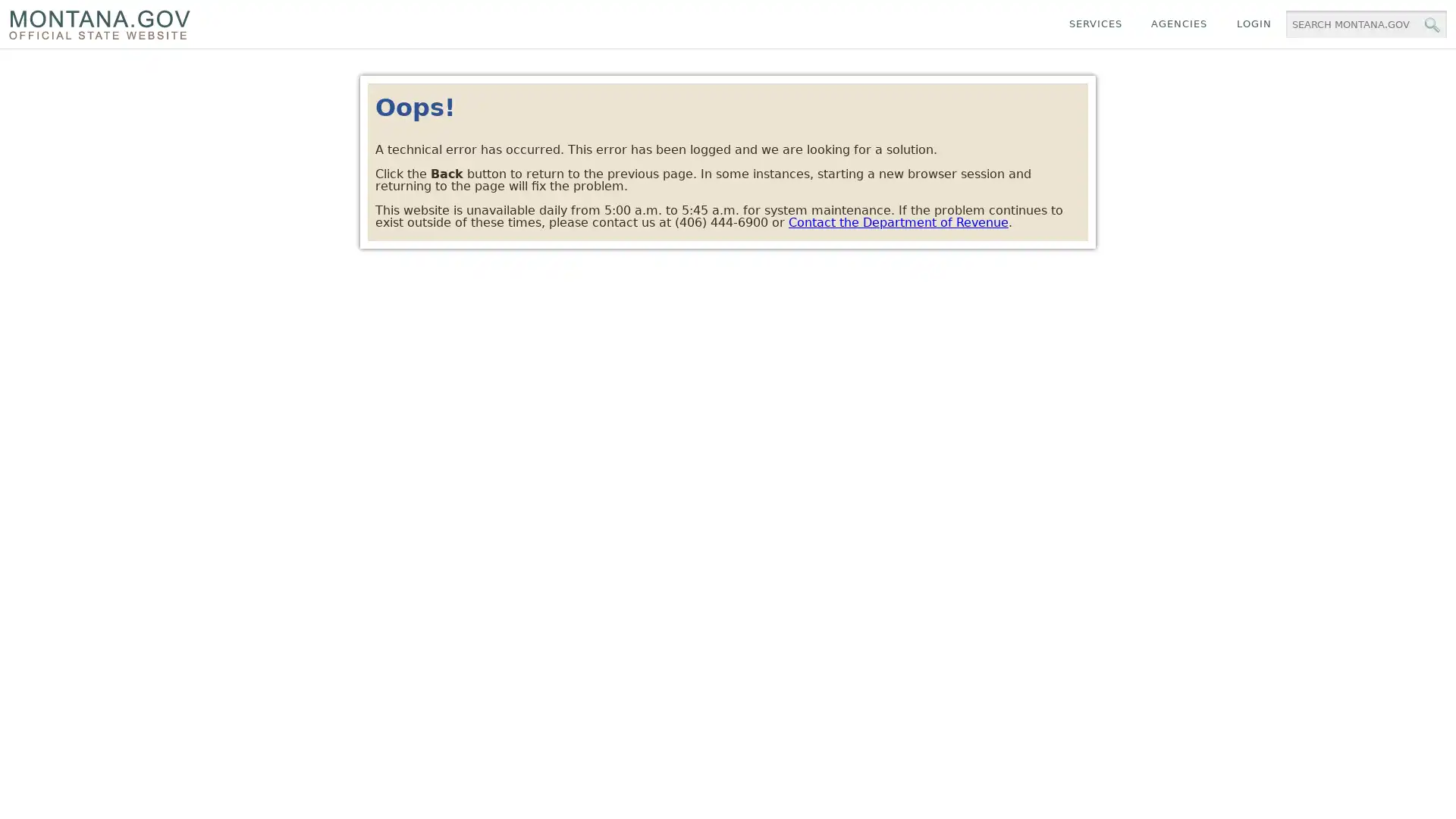  Describe the element at coordinates (1430, 25) in the screenshot. I see `MT.gov Search Button` at that location.